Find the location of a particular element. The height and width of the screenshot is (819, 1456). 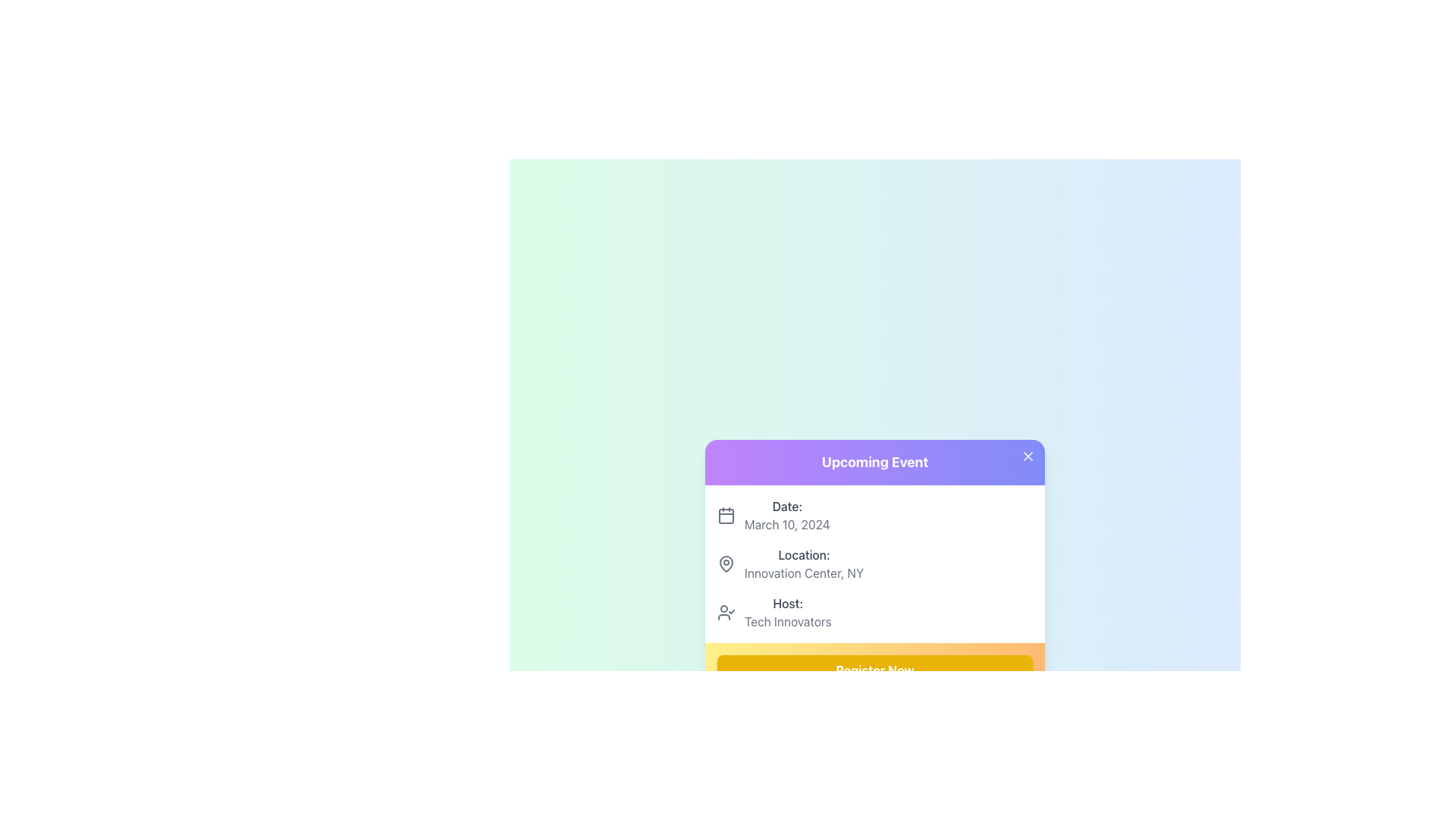

rounded rectangle element located centrally within the calendar icon, which serves as the content area of the calendar is located at coordinates (726, 516).